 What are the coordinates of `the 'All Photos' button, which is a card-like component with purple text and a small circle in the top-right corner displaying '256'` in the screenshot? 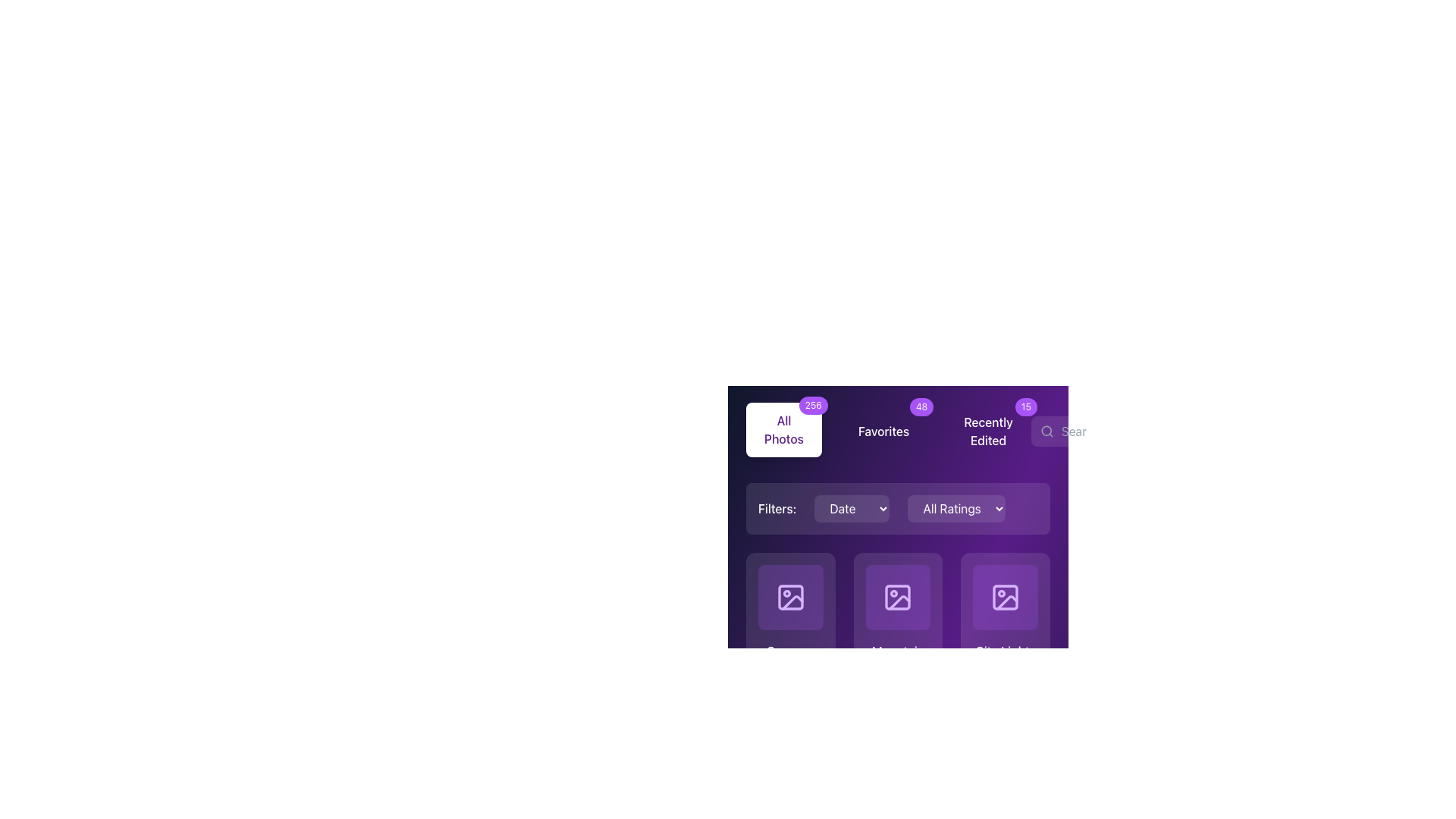 It's located at (783, 430).